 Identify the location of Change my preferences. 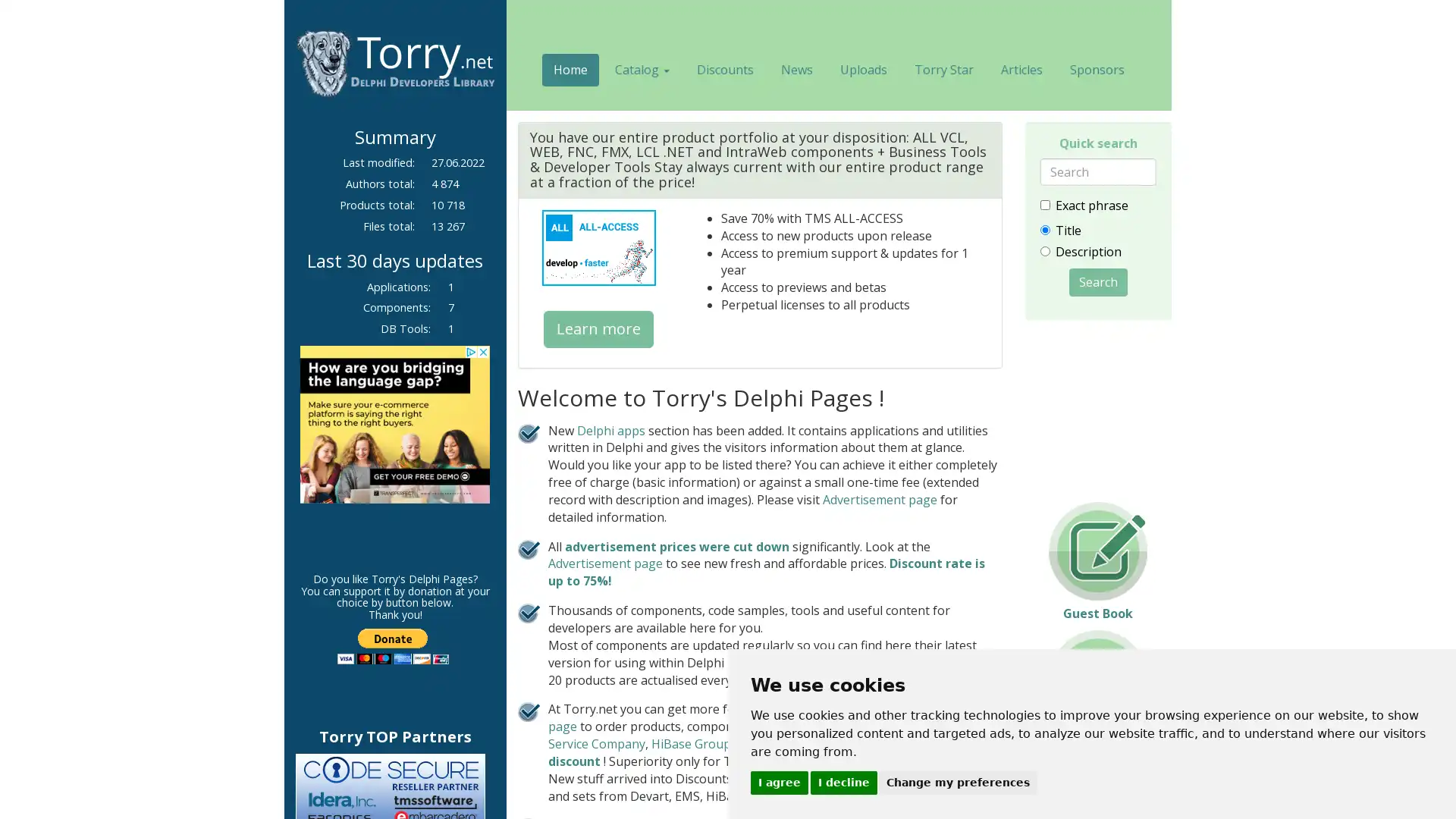
(957, 782).